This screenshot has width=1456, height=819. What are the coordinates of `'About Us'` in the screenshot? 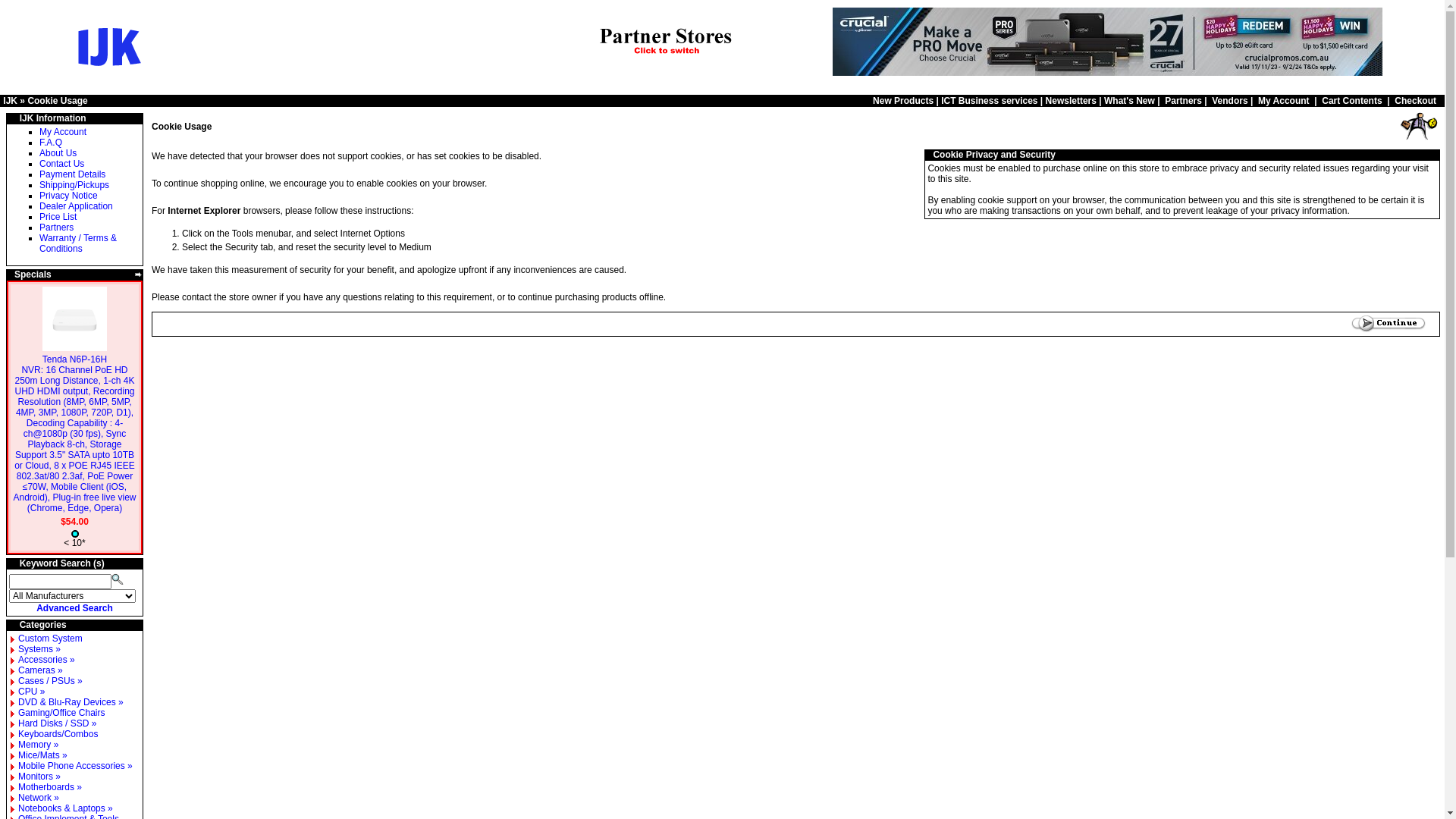 It's located at (58, 152).